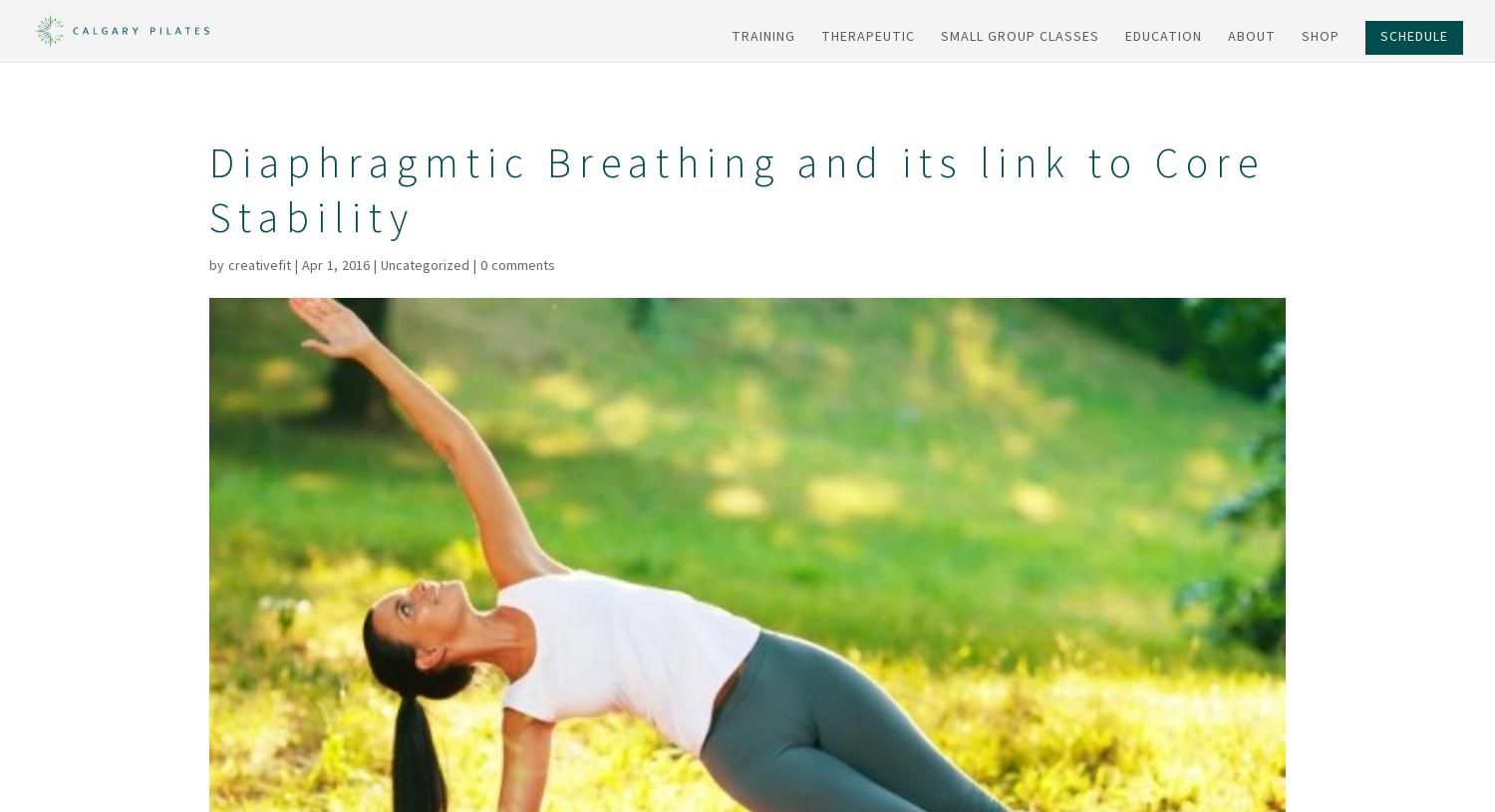 This screenshot has width=1495, height=812. What do you see at coordinates (217, 265) in the screenshot?
I see `'by'` at bounding box center [217, 265].